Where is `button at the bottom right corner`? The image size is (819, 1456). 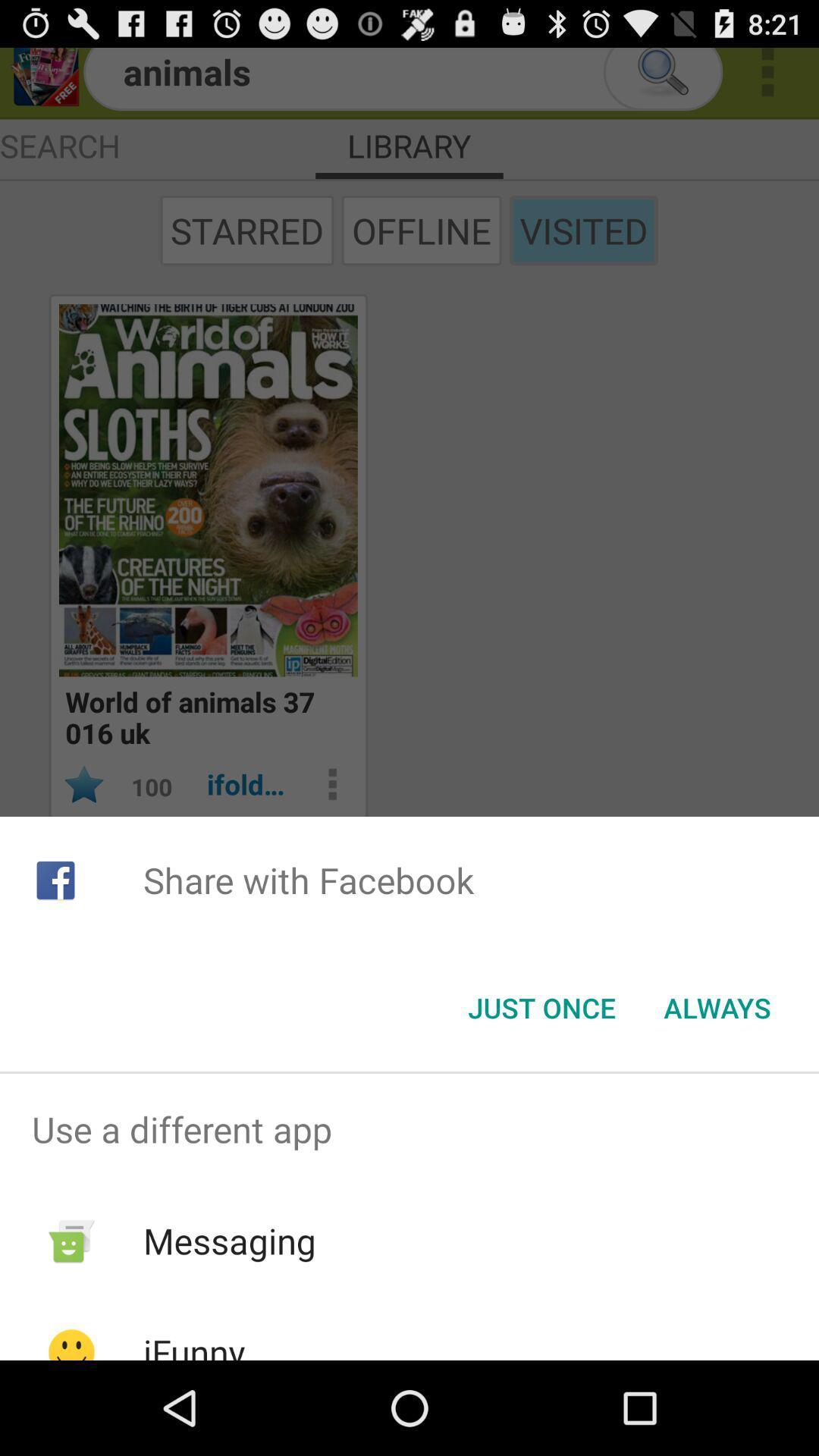
button at the bottom right corner is located at coordinates (717, 1008).